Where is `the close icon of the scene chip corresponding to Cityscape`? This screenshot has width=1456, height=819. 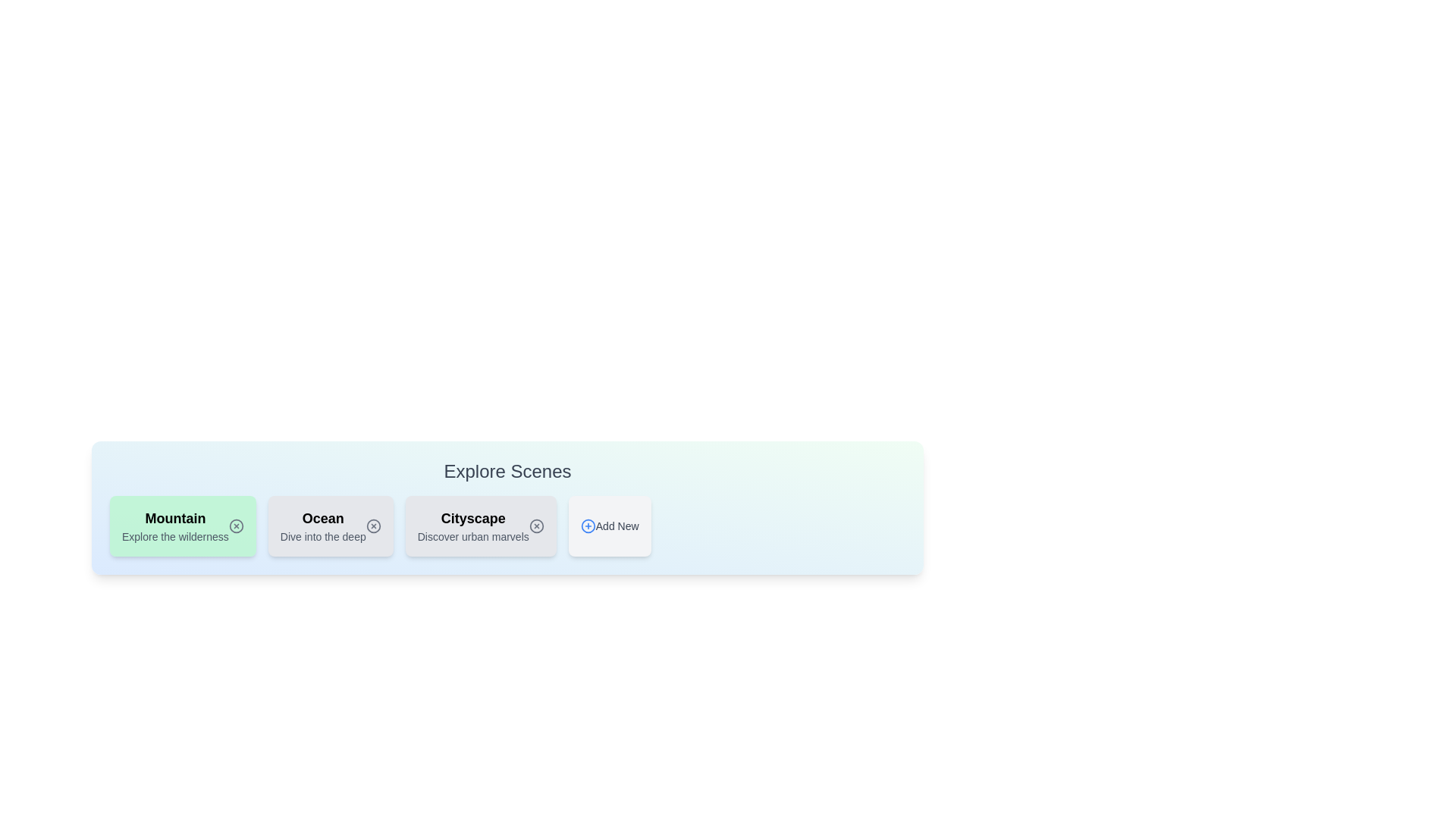 the close icon of the scene chip corresponding to Cityscape is located at coordinates (536, 526).